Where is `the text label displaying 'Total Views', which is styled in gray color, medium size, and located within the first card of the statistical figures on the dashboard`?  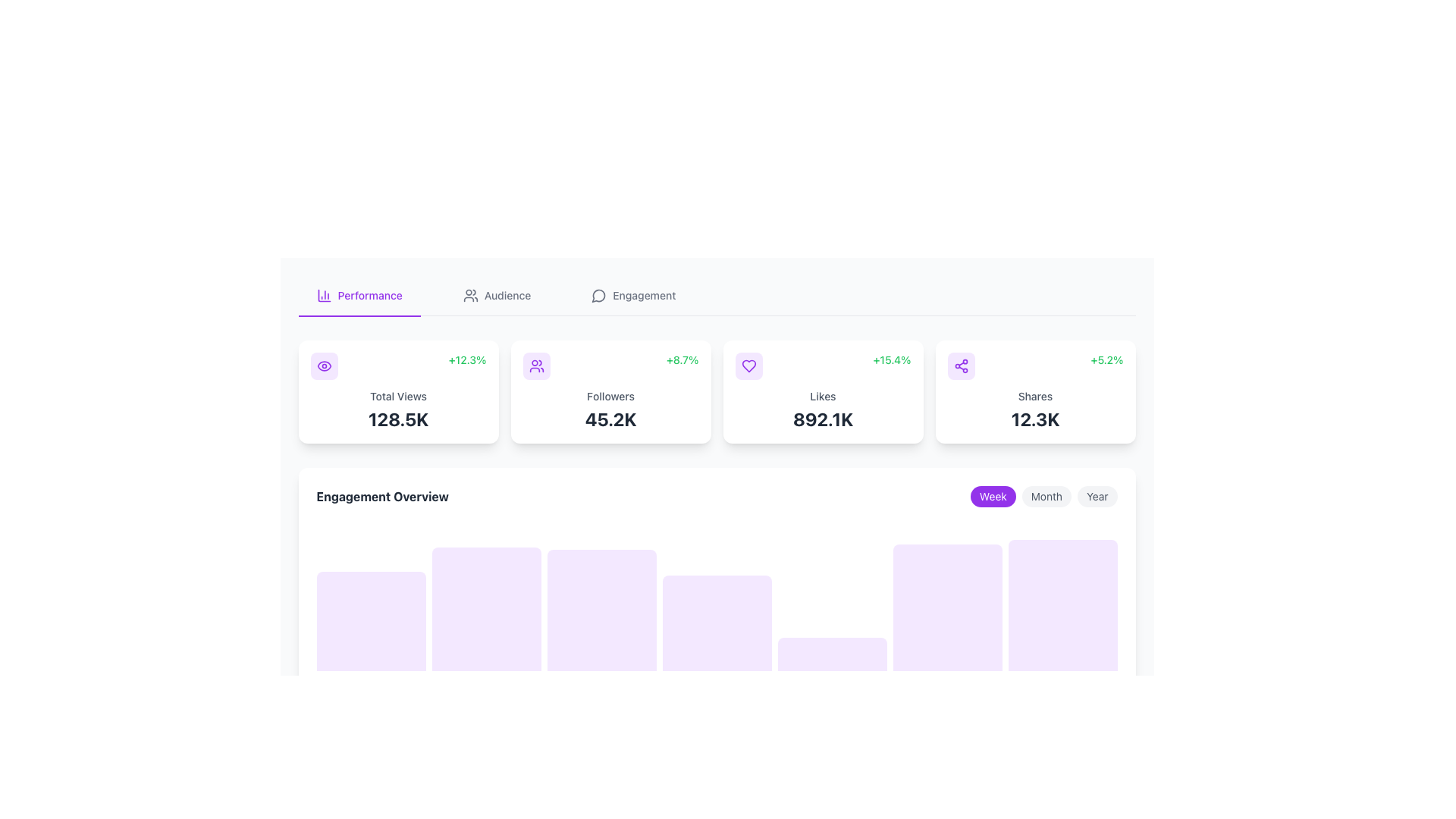
the text label displaying 'Total Views', which is styled in gray color, medium size, and located within the first card of the statistical figures on the dashboard is located at coordinates (398, 396).